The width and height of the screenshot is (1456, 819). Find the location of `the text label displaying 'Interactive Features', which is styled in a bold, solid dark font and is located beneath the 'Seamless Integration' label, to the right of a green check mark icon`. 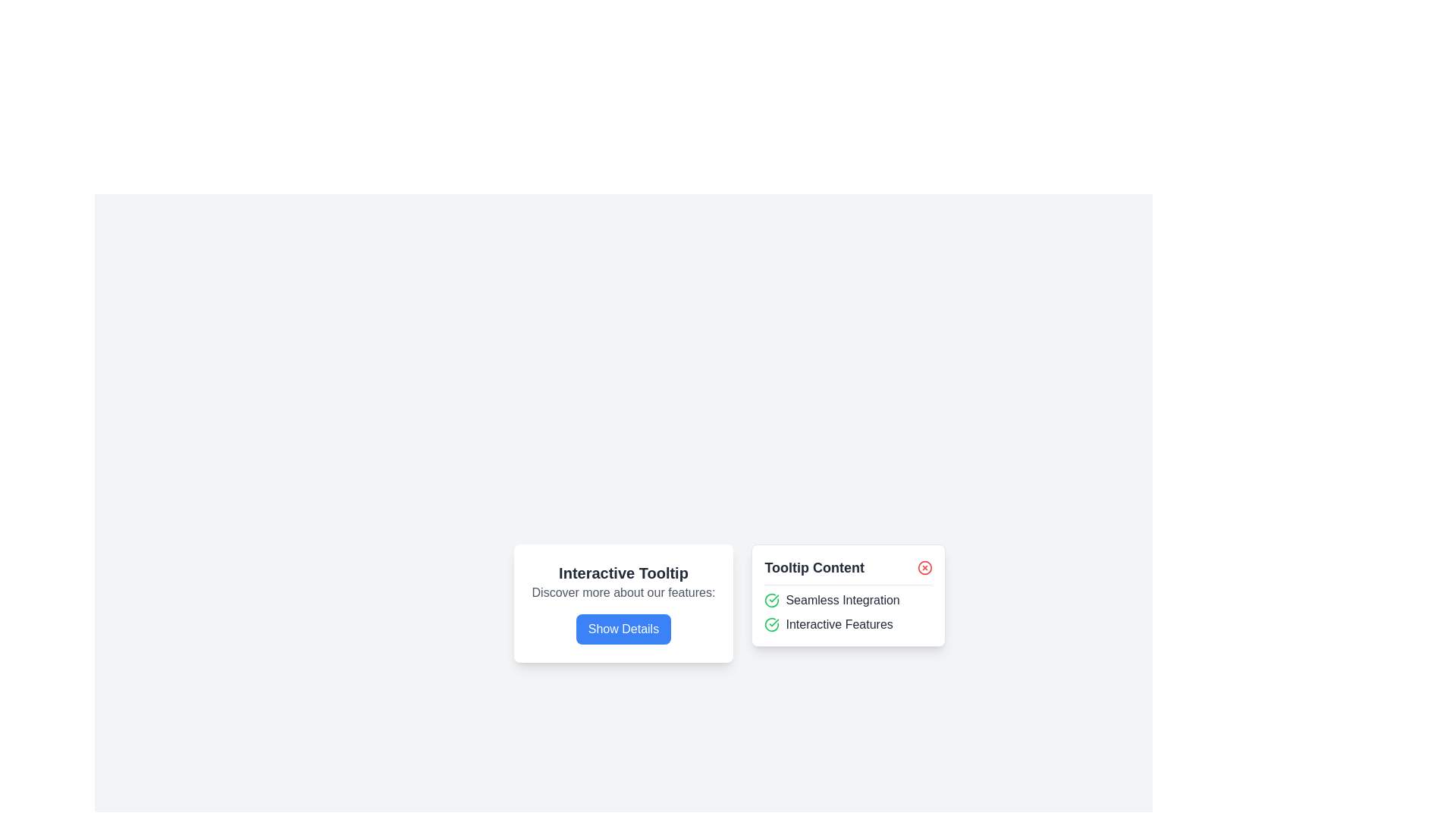

the text label displaying 'Interactive Features', which is styled in a bold, solid dark font and is located beneath the 'Seamless Integration' label, to the right of a green check mark icon is located at coordinates (839, 625).